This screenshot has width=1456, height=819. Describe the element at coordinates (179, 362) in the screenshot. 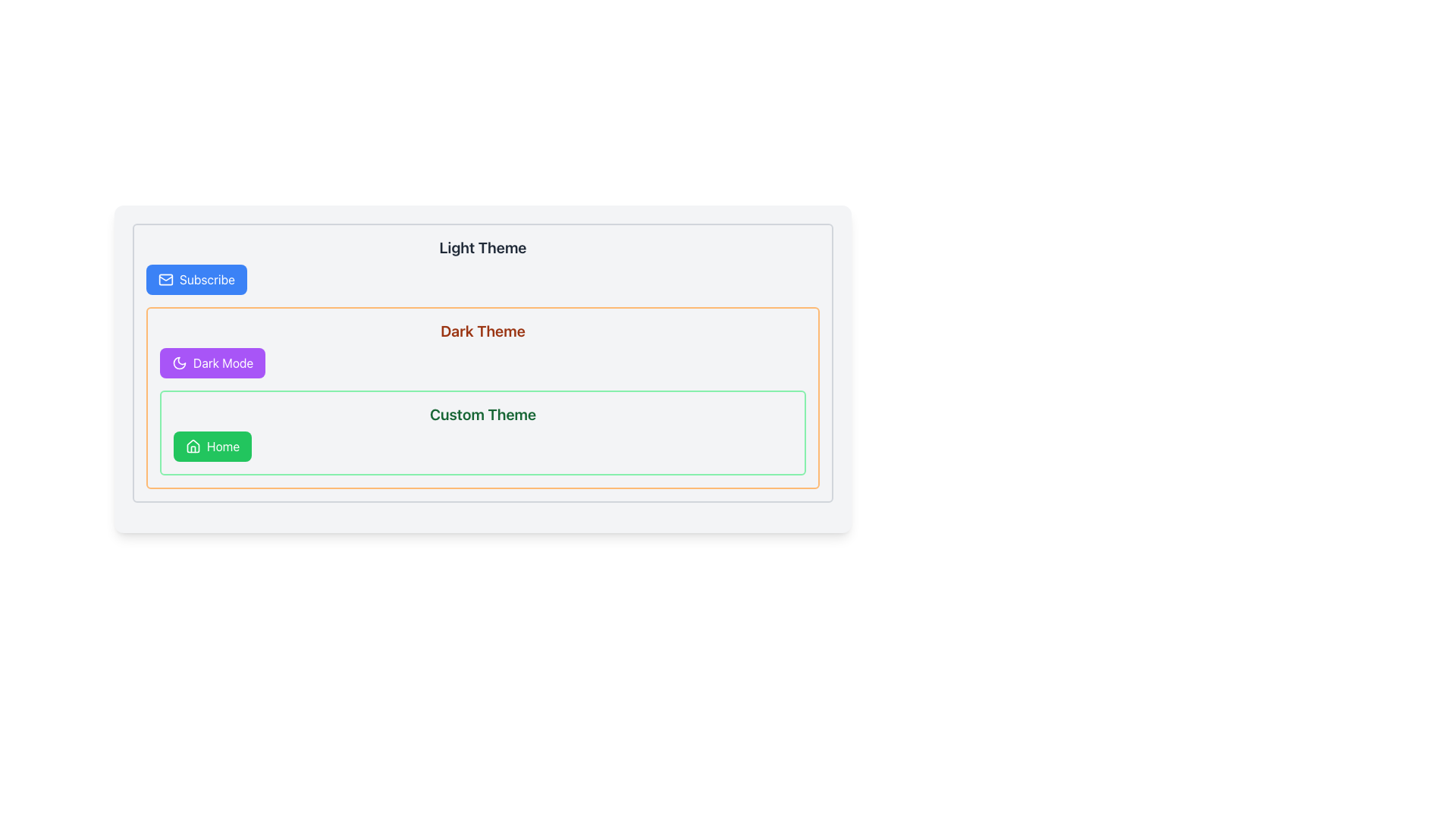

I see `the dark mode toggle icon located within the 'Dark Mode' box, positioned to the left of the text` at that location.